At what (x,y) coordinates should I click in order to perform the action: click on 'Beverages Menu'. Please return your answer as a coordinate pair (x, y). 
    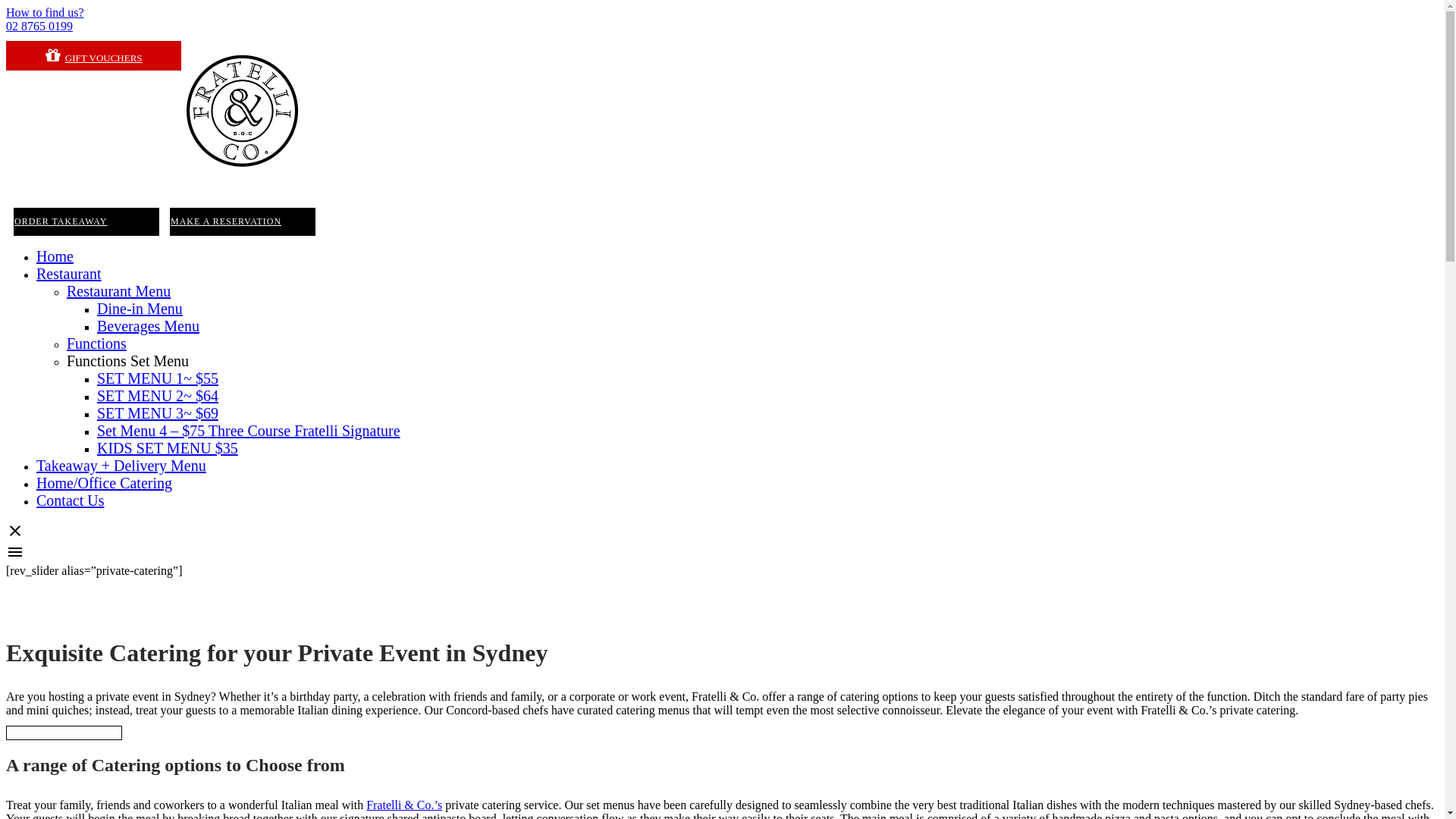
    Looking at the image, I should click on (148, 325).